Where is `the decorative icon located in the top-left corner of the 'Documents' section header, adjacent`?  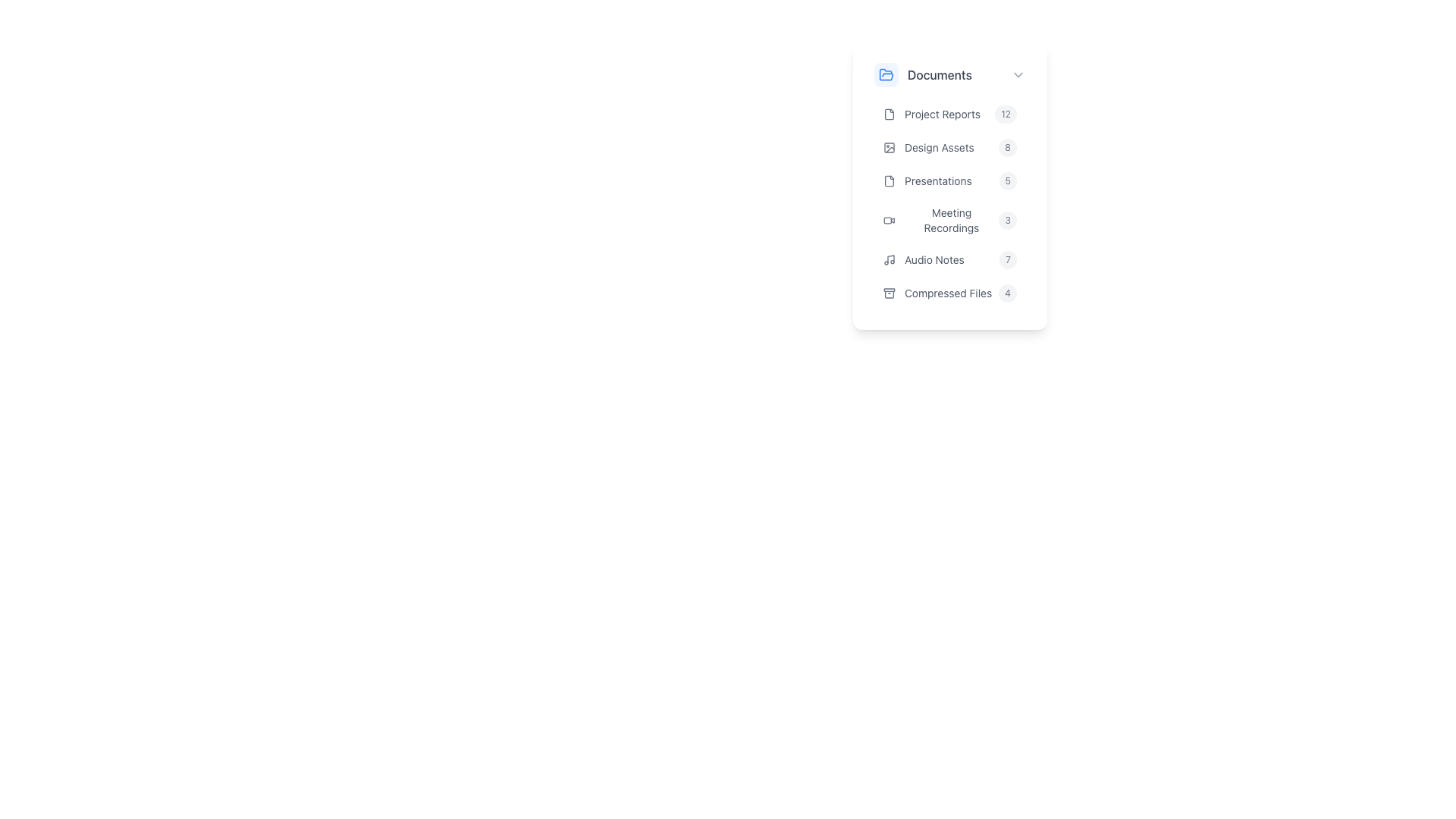
the decorative icon located in the top-left corner of the 'Documents' section header, adjacent is located at coordinates (886, 75).